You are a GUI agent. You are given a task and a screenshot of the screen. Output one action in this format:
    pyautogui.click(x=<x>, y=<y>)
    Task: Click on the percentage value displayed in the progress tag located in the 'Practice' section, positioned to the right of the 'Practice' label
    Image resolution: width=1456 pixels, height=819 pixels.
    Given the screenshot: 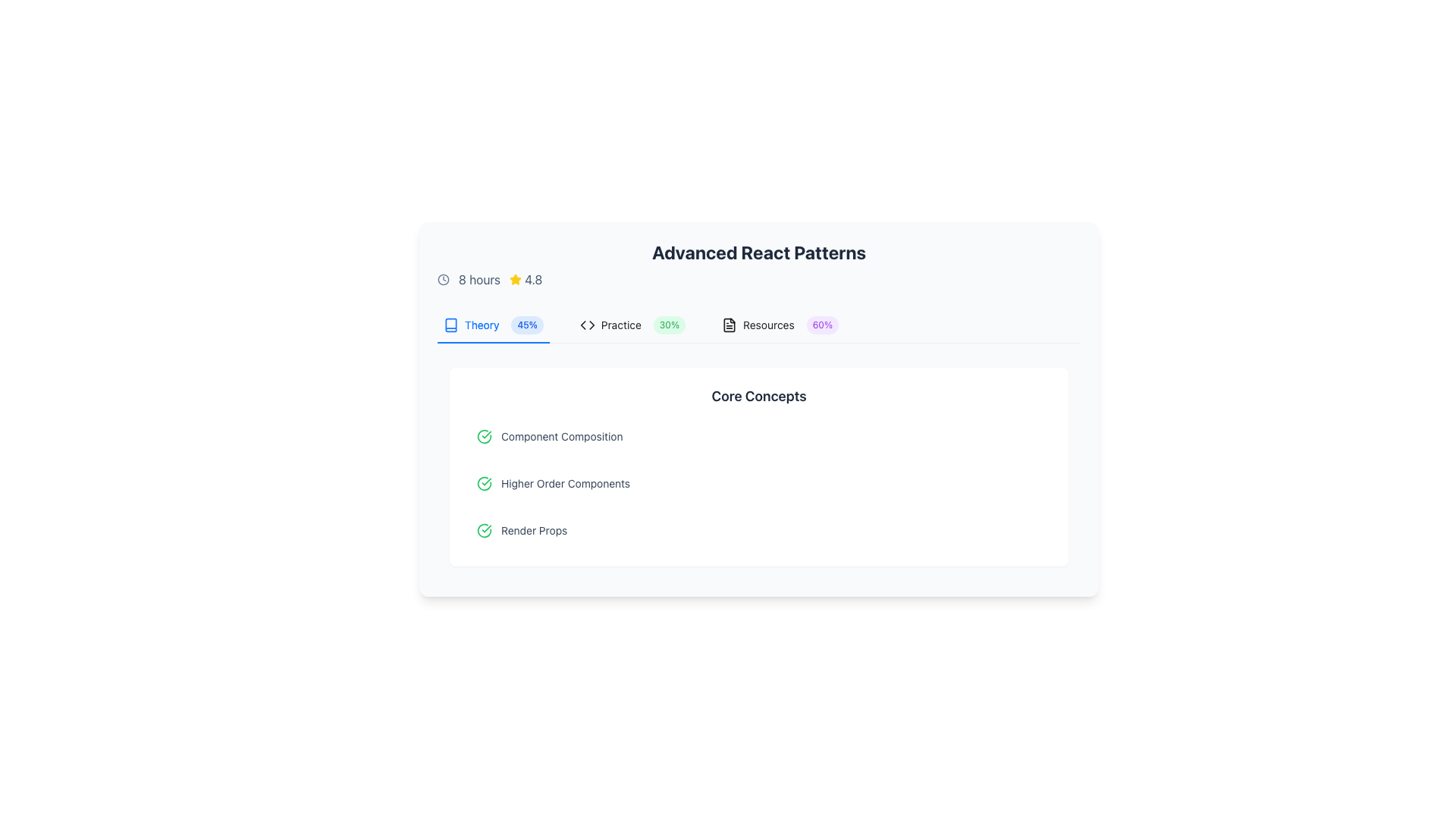 What is the action you would take?
    pyautogui.click(x=669, y=324)
    